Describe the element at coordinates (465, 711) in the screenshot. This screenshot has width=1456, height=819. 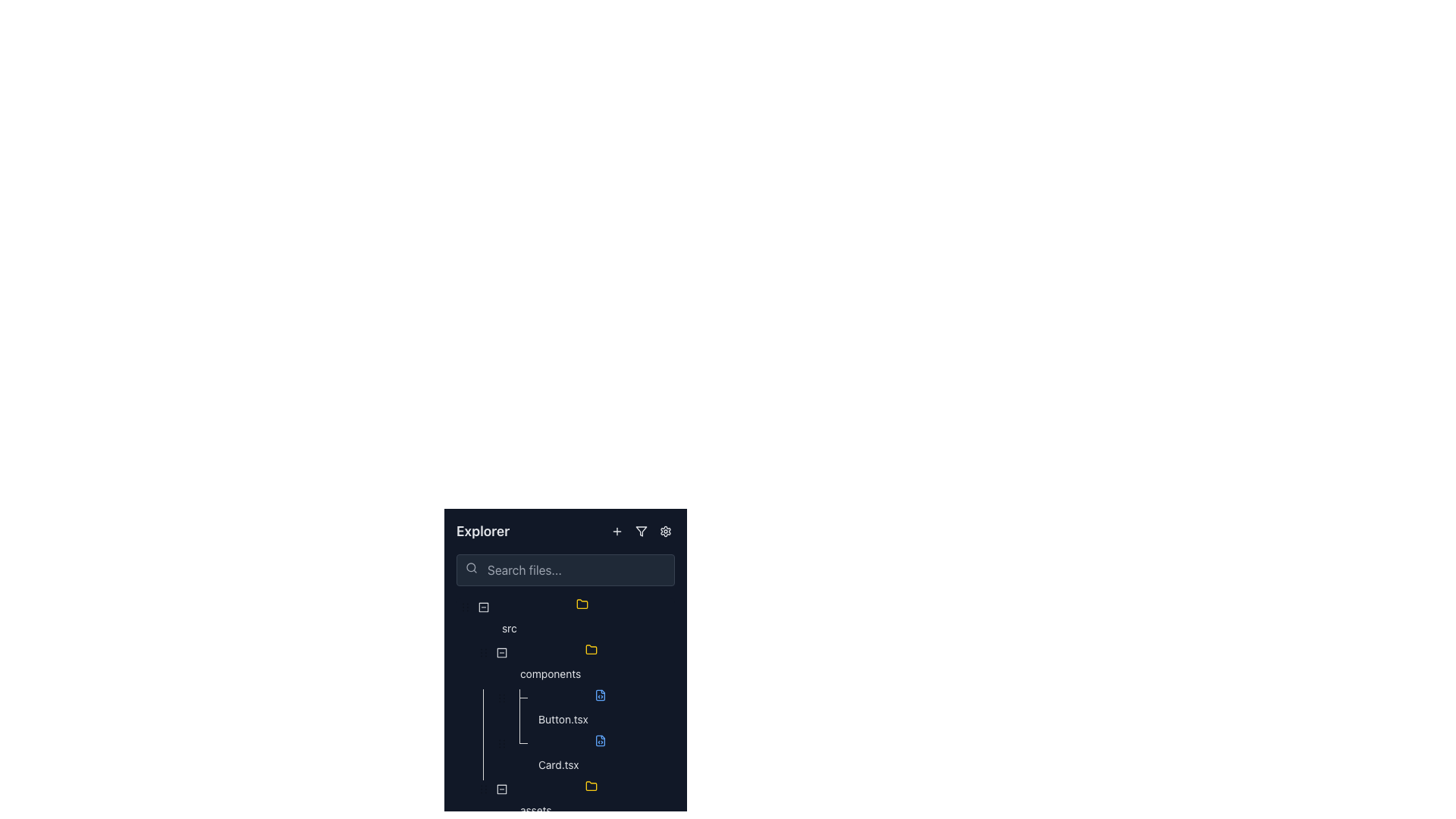
I see `the small circular graphical indicator that represents a tree indentation unit within the Explorer section of the interface` at that location.